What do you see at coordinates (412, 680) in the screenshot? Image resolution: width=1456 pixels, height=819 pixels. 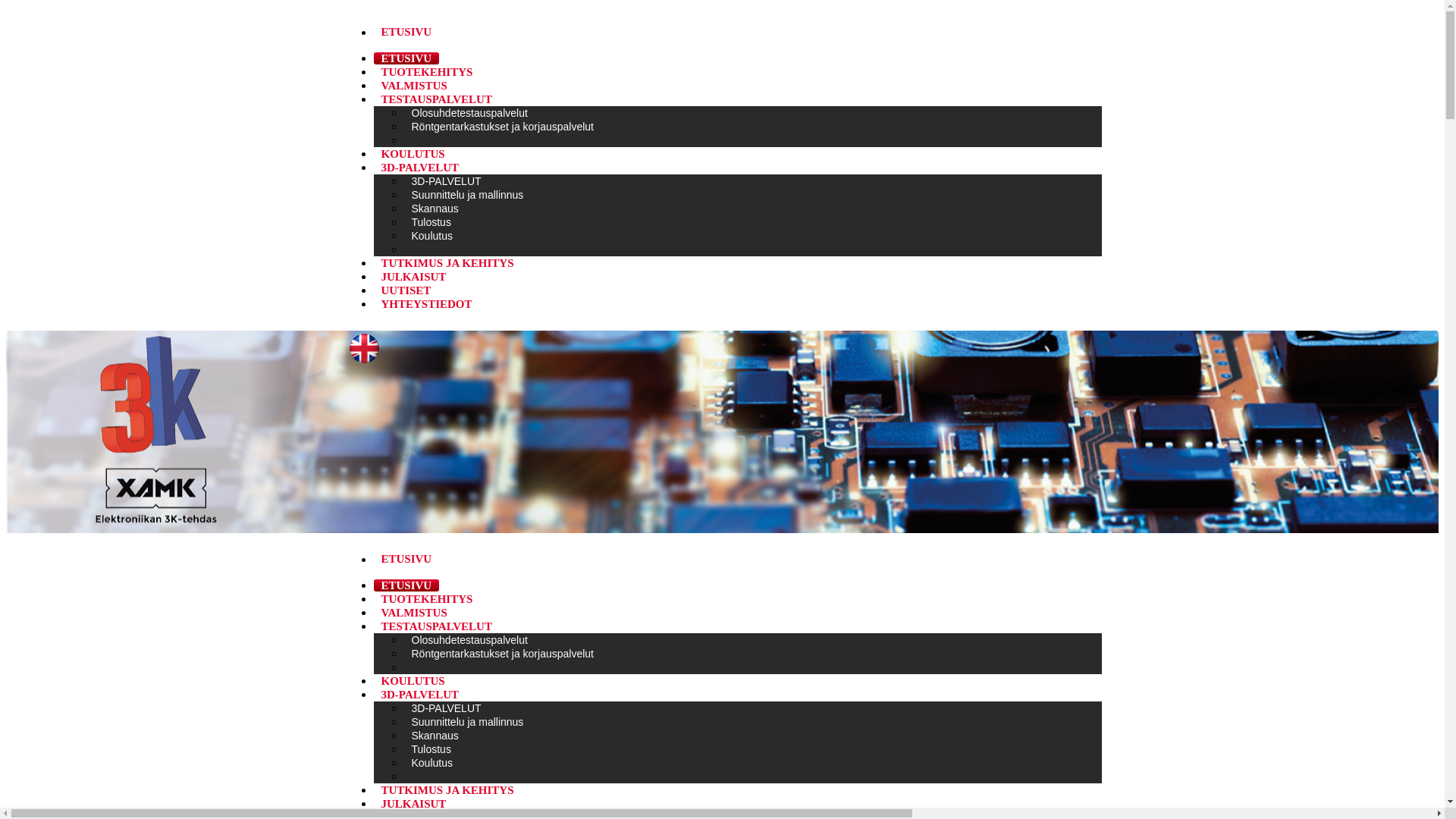 I see `'KOULUTUS'` at bounding box center [412, 680].